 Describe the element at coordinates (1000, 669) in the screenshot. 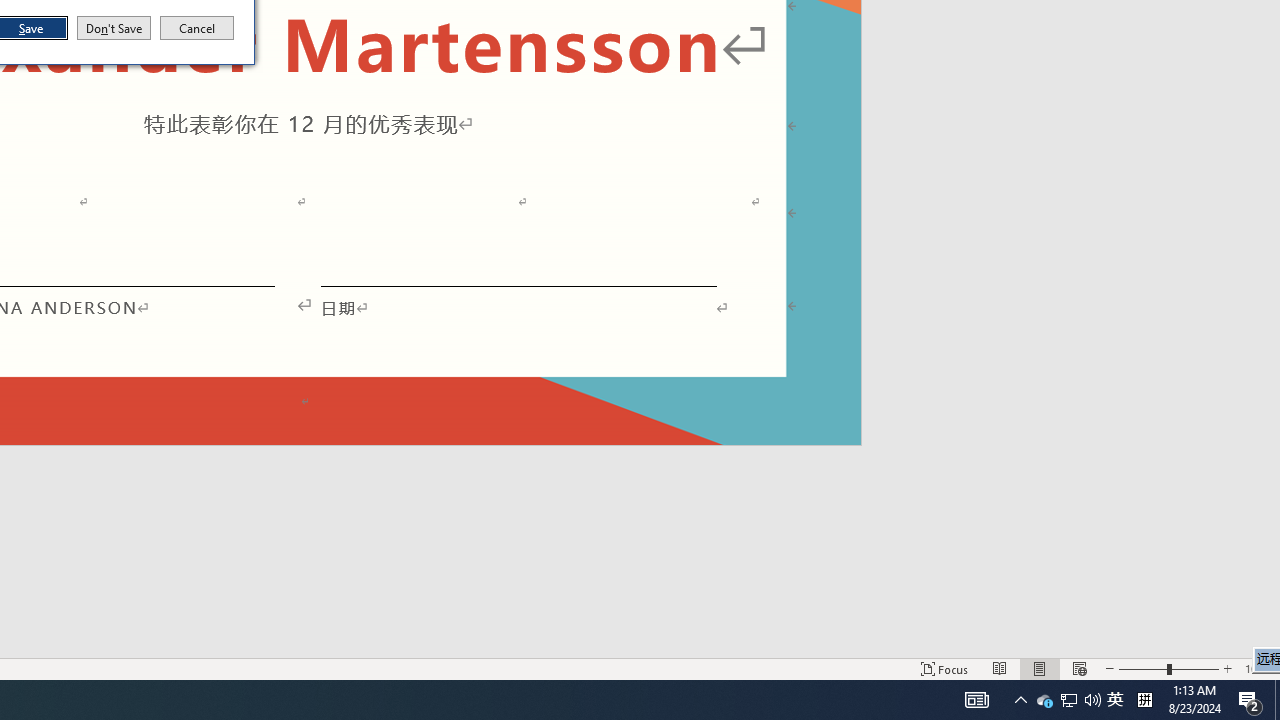

I see `'Read Mode'` at that location.